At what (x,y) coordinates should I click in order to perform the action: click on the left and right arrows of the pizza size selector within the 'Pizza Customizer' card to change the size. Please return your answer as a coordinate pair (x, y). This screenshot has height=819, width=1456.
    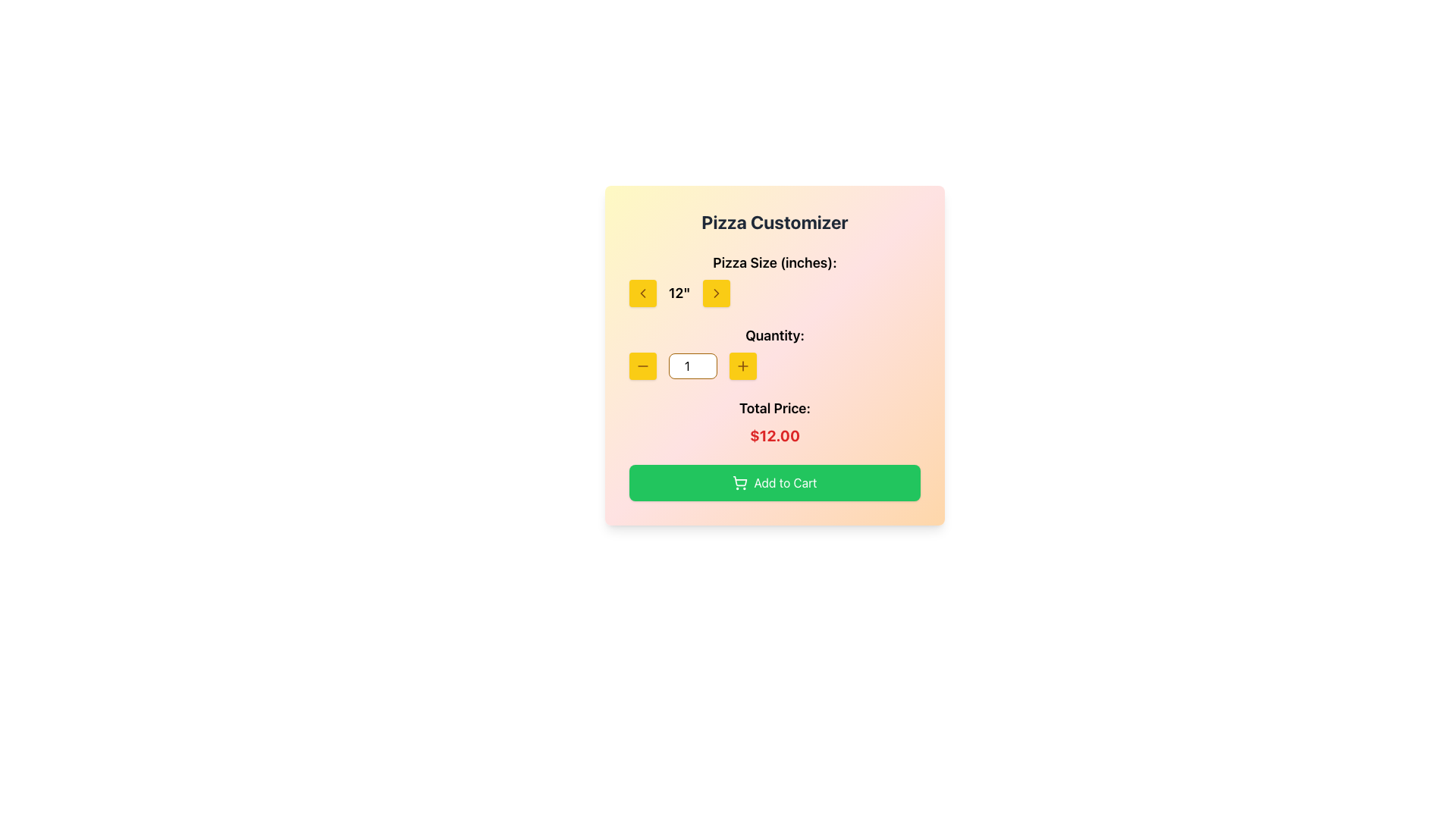
    Looking at the image, I should click on (775, 280).